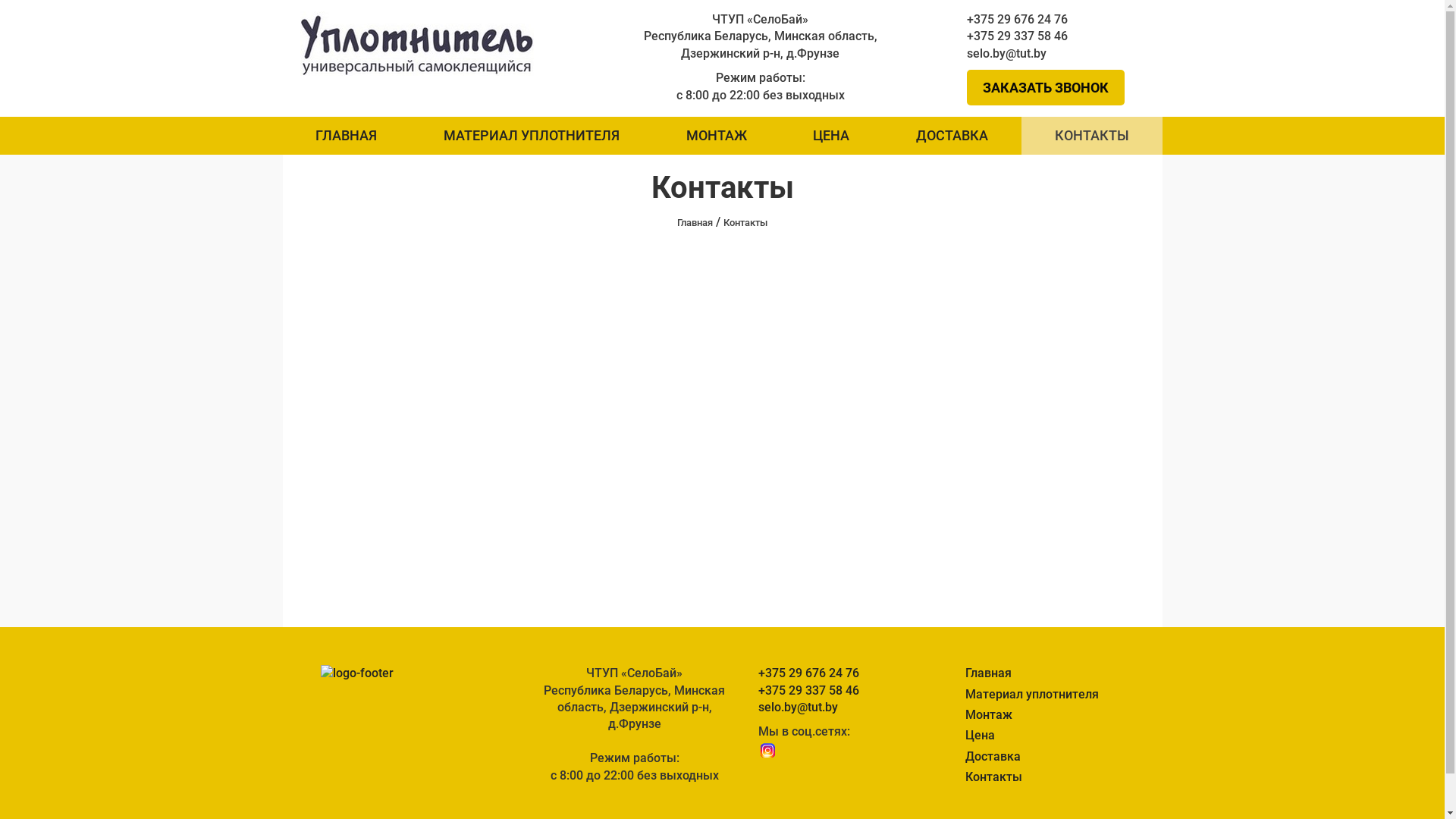 The height and width of the screenshot is (819, 1456). I want to click on '+375 29 337 58 46', so click(758, 690).